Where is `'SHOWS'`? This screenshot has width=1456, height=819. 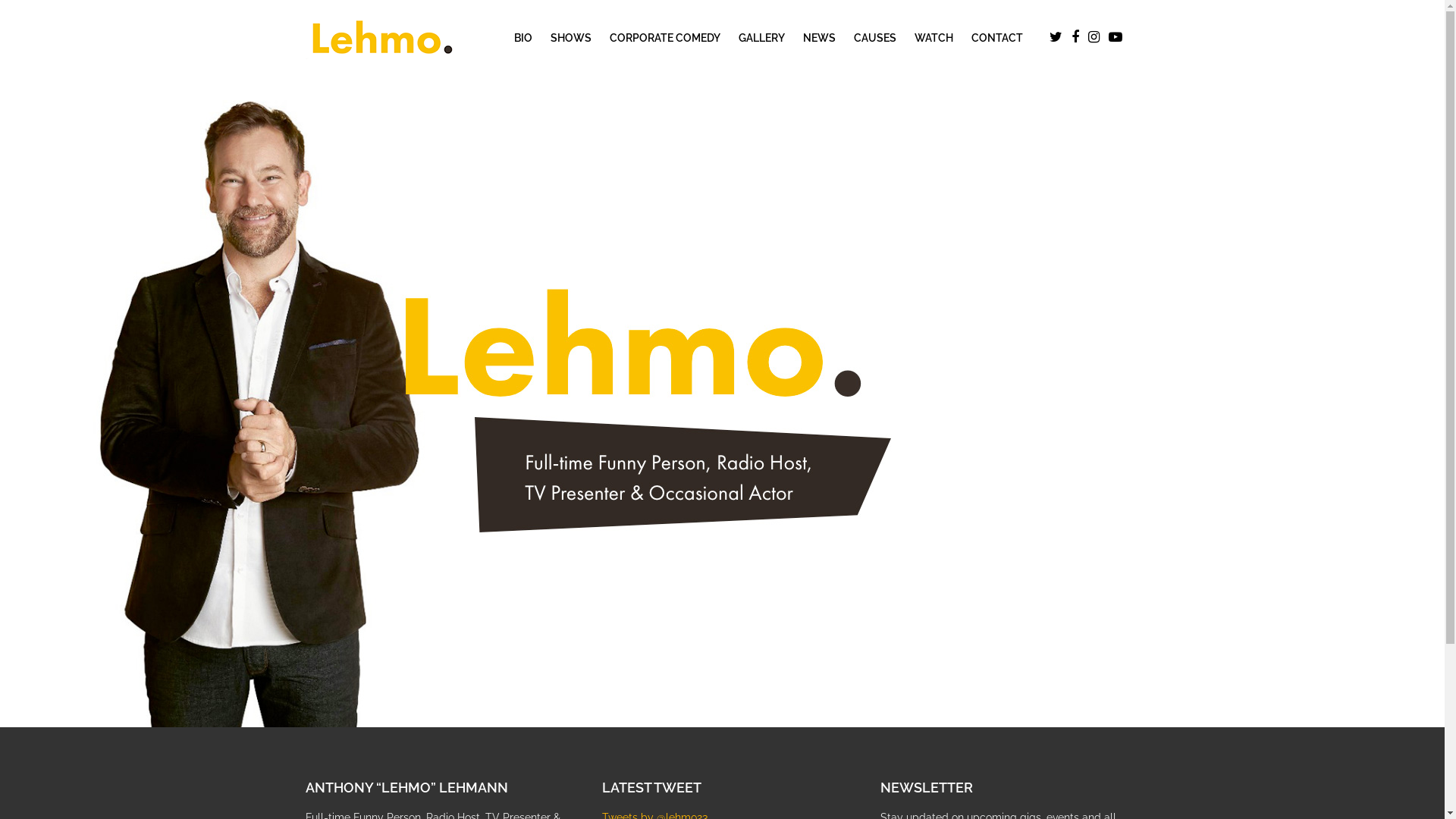 'SHOWS' is located at coordinates (570, 37).